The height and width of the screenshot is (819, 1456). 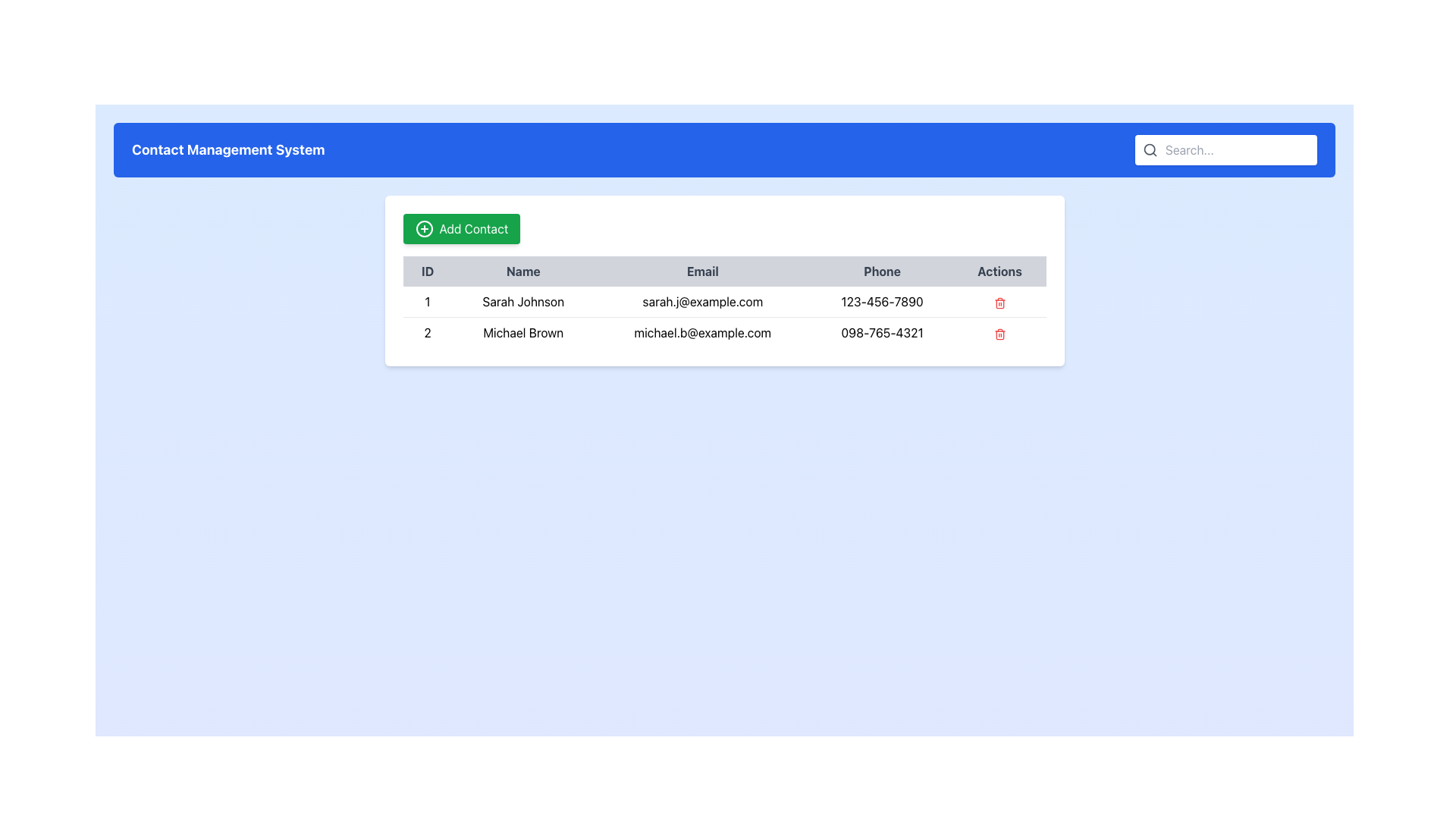 What do you see at coordinates (523, 271) in the screenshot?
I see `text content of the 'Name' header label, which is the second column in the table with a light gray background` at bounding box center [523, 271].